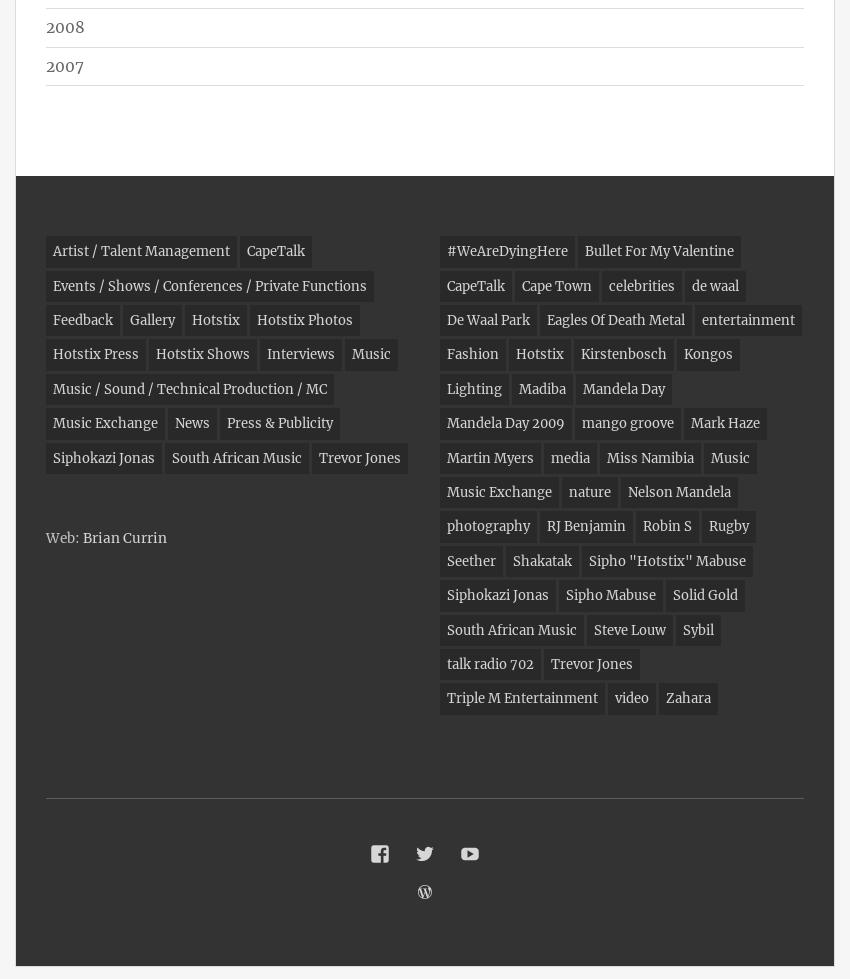 This screenshot has width=850, height=979. I want to click on 'Hotstix Shows', so click(201, 354).